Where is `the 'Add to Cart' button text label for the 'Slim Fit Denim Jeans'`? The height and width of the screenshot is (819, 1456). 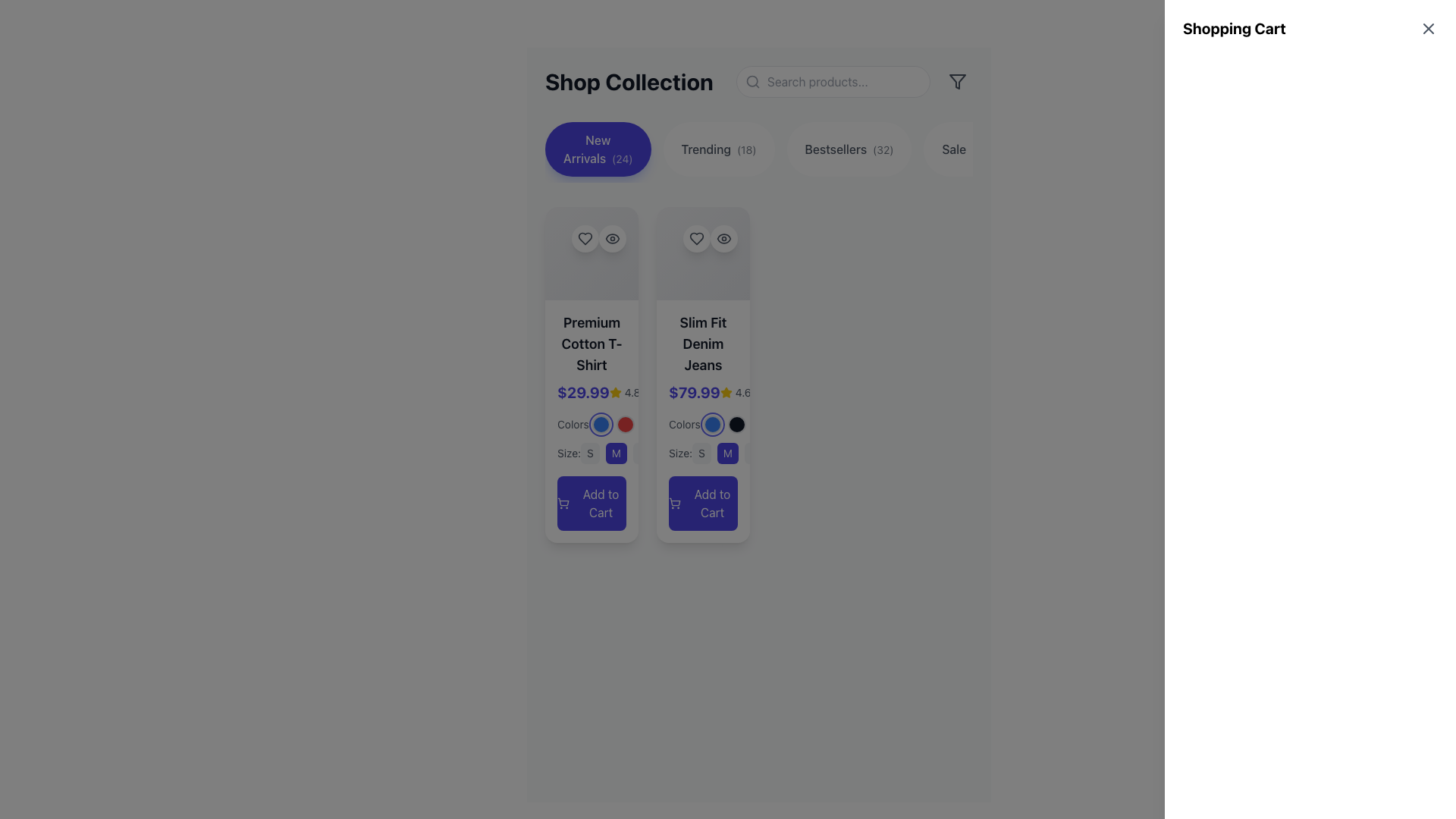 the 'Add to Cart' button text label for the 'Slim Fit Denim Jeans' is located at coordinates (711, 503).